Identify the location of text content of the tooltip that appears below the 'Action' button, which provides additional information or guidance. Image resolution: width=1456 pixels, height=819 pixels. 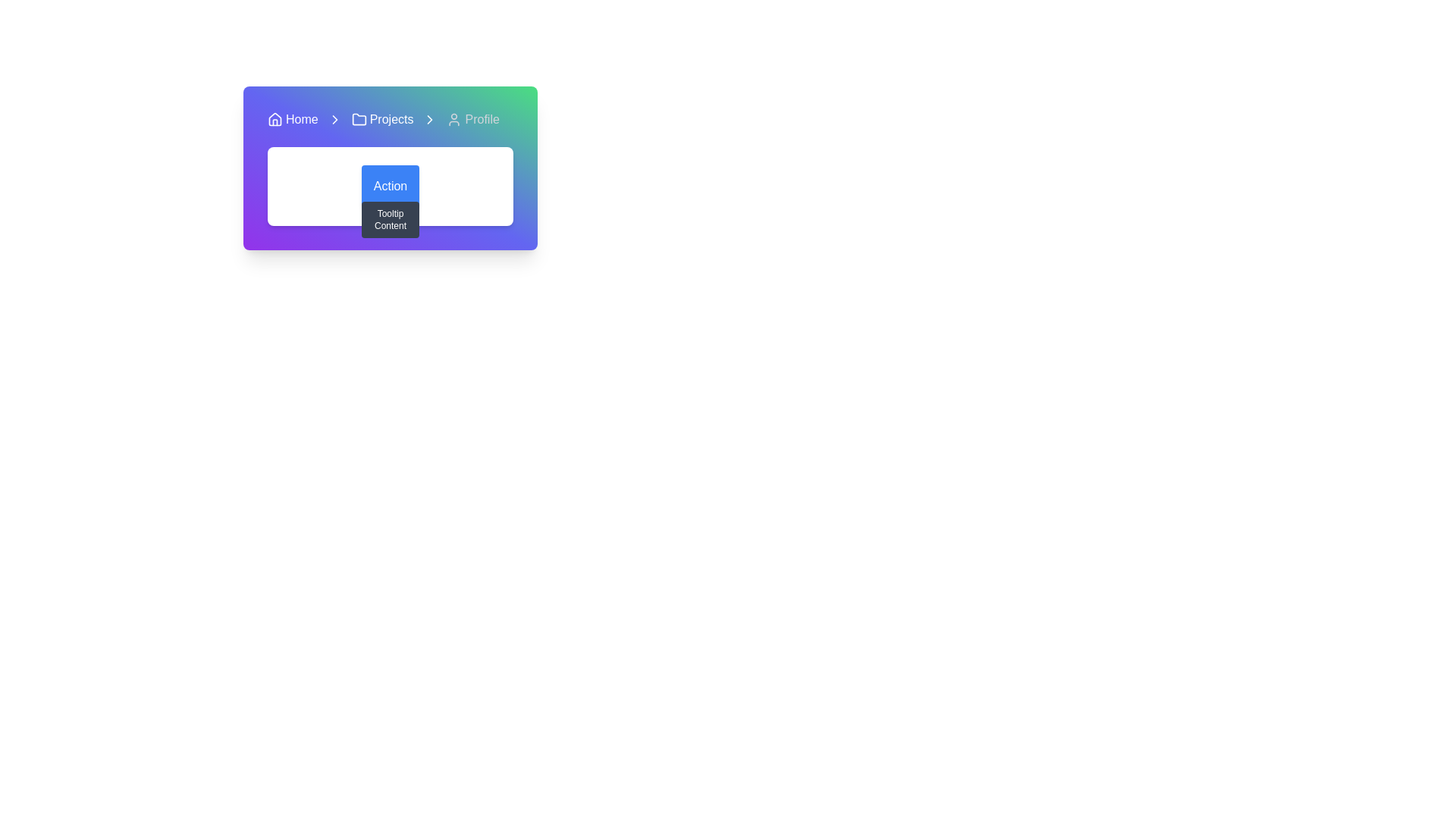
(390, 219).